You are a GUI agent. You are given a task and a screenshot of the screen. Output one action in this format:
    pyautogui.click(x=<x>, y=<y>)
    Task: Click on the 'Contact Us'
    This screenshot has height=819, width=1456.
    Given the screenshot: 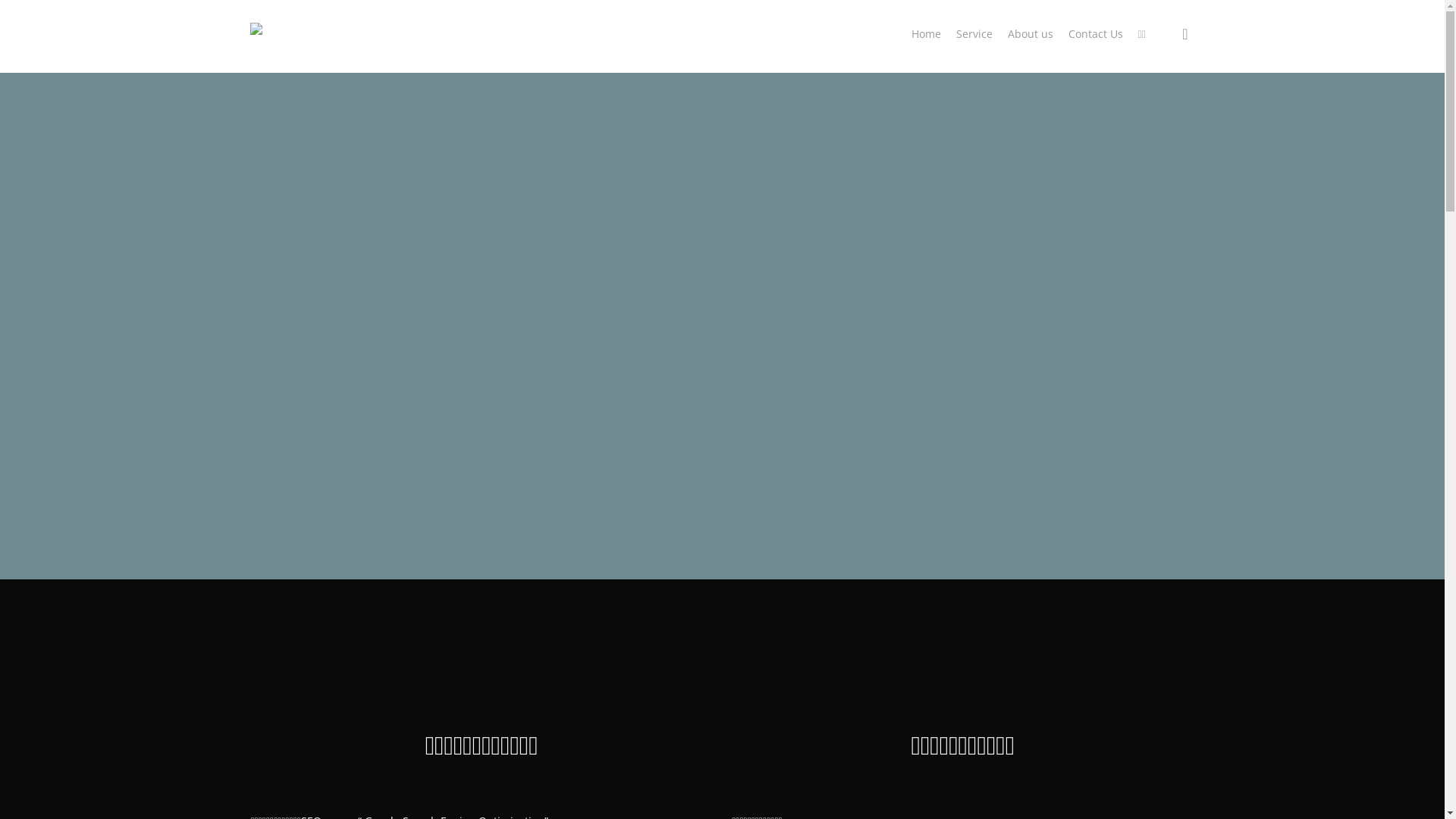 What is the action you would take?
    pyautogui.click(x=1095, y=34)
    